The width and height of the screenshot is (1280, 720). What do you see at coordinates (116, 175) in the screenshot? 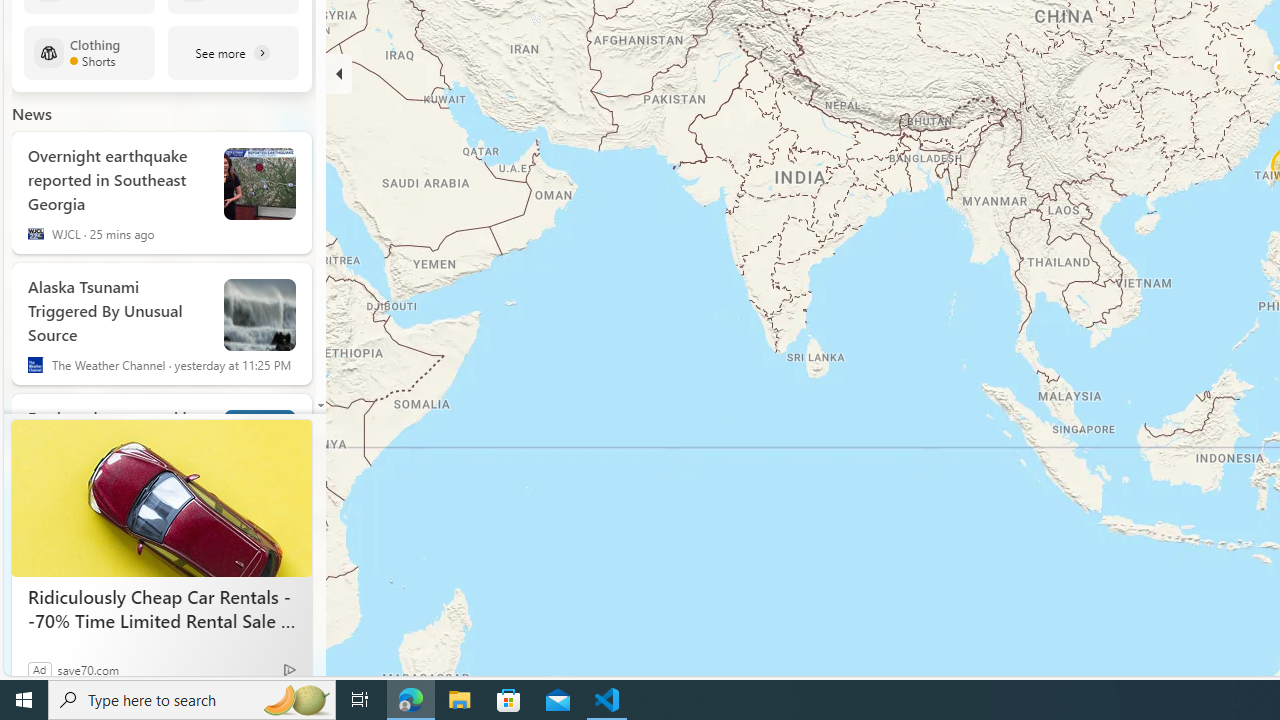
I see `'Overnight earthquake reported in Southeast Georgia'` at bounding box center [116, 175].